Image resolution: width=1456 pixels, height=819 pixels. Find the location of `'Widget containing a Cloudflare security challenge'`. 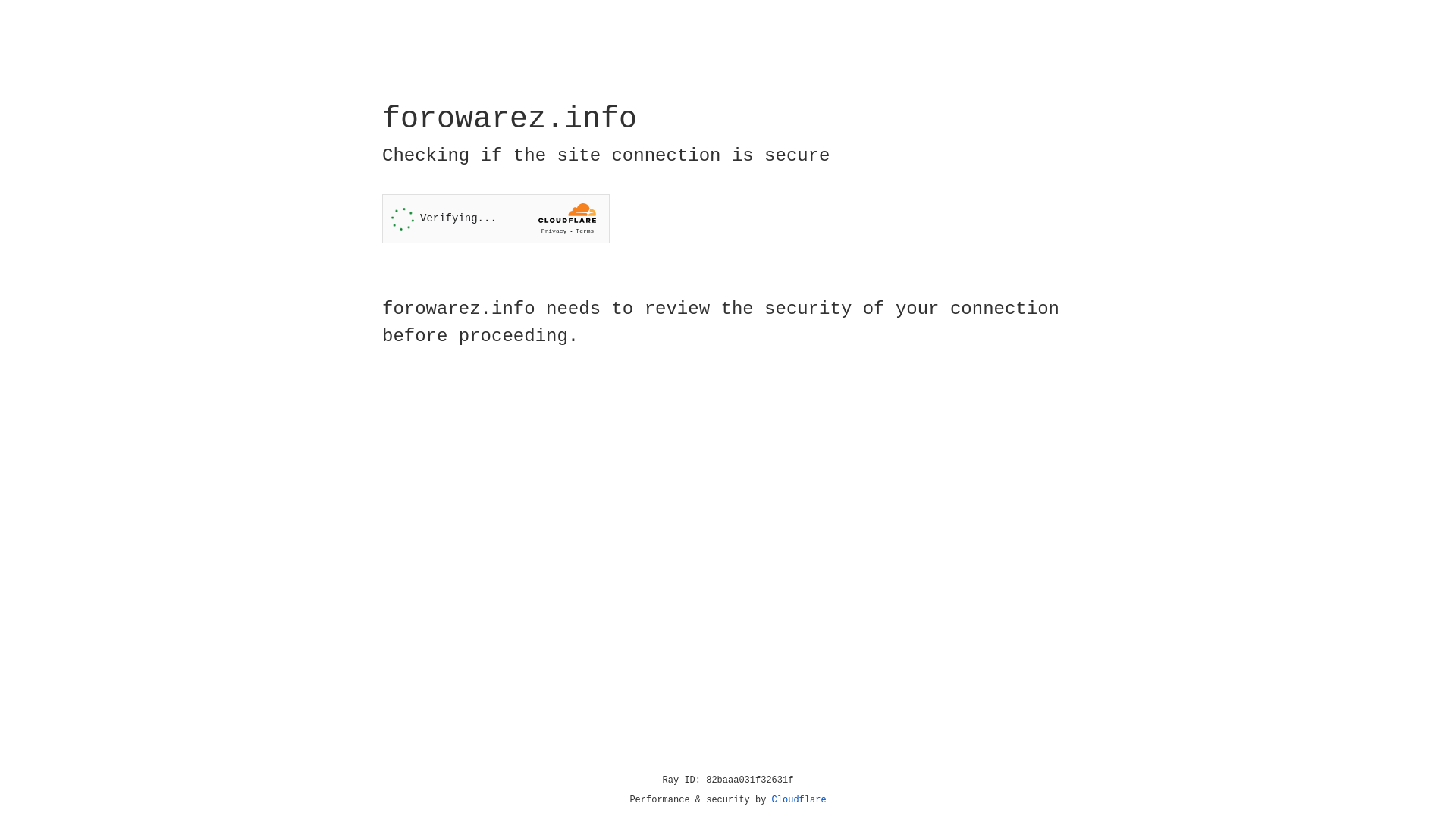

'Widget containing a Cloudflare security challenge' is located at coordinates (495, 218).